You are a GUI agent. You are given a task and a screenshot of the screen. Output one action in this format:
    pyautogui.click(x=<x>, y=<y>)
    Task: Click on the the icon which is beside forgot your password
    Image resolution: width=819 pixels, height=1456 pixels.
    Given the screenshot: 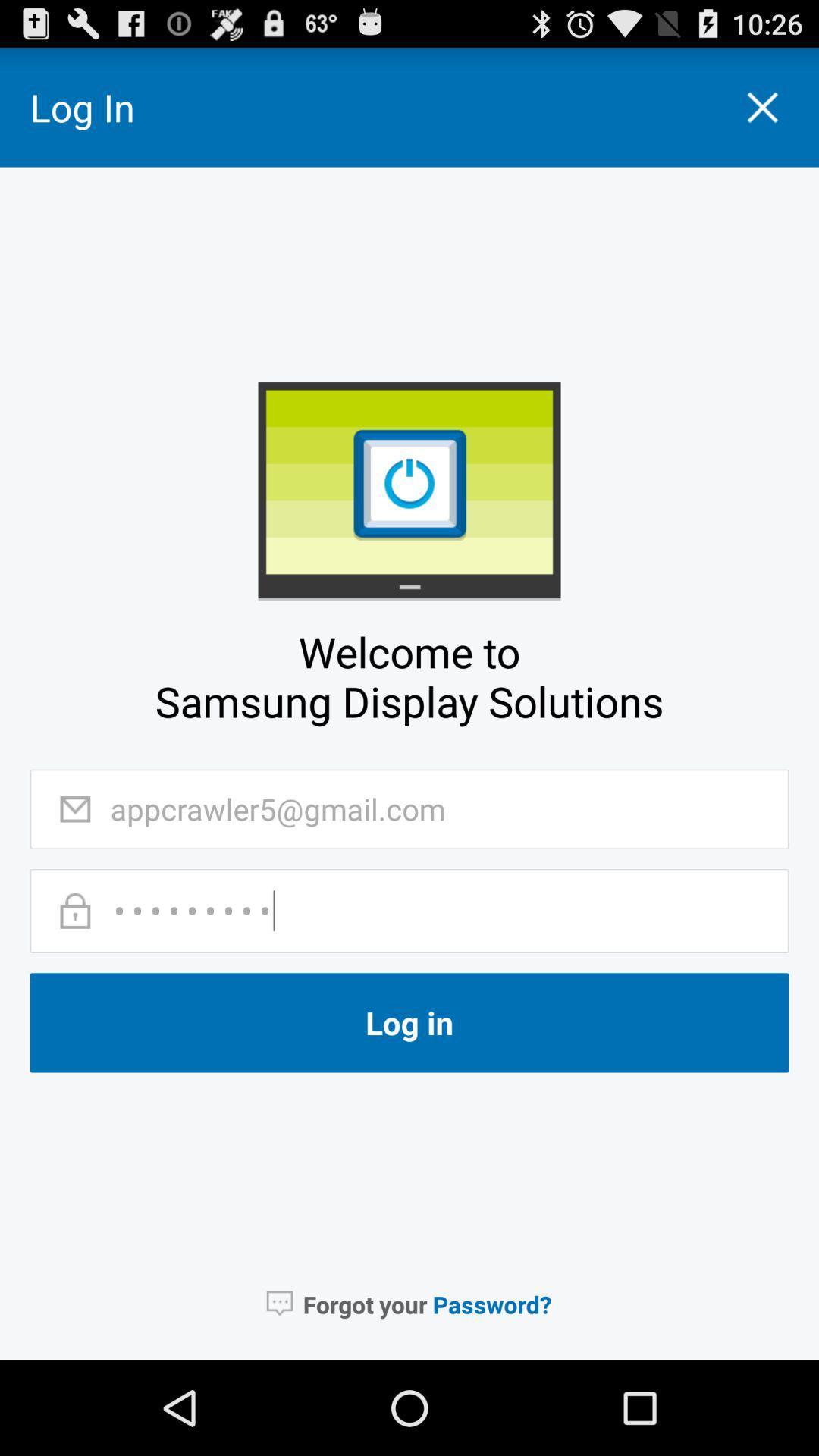 What is the action you would take?
    pyautogui.click(x=280, y=1303)
    